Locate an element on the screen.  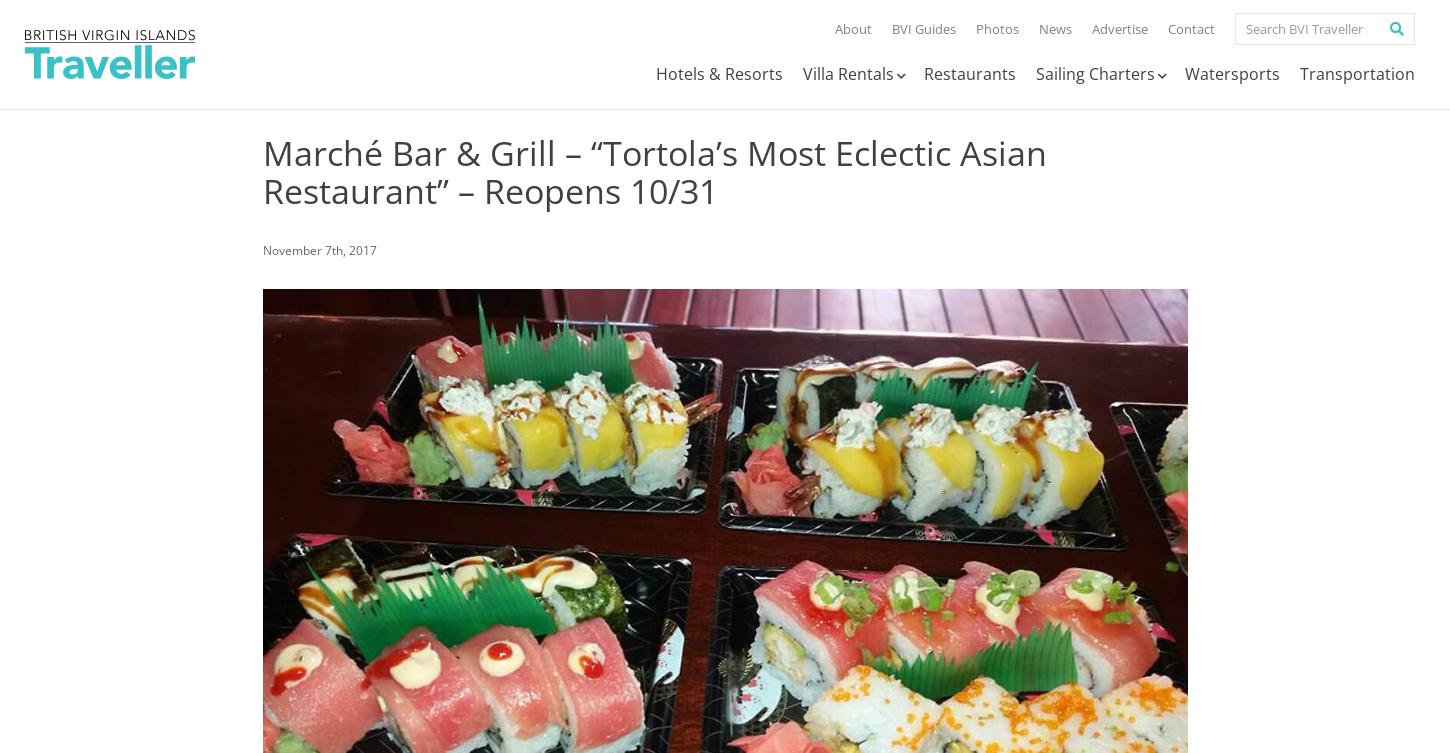
'Villa Rentals' is located at coordinates (847, 74).